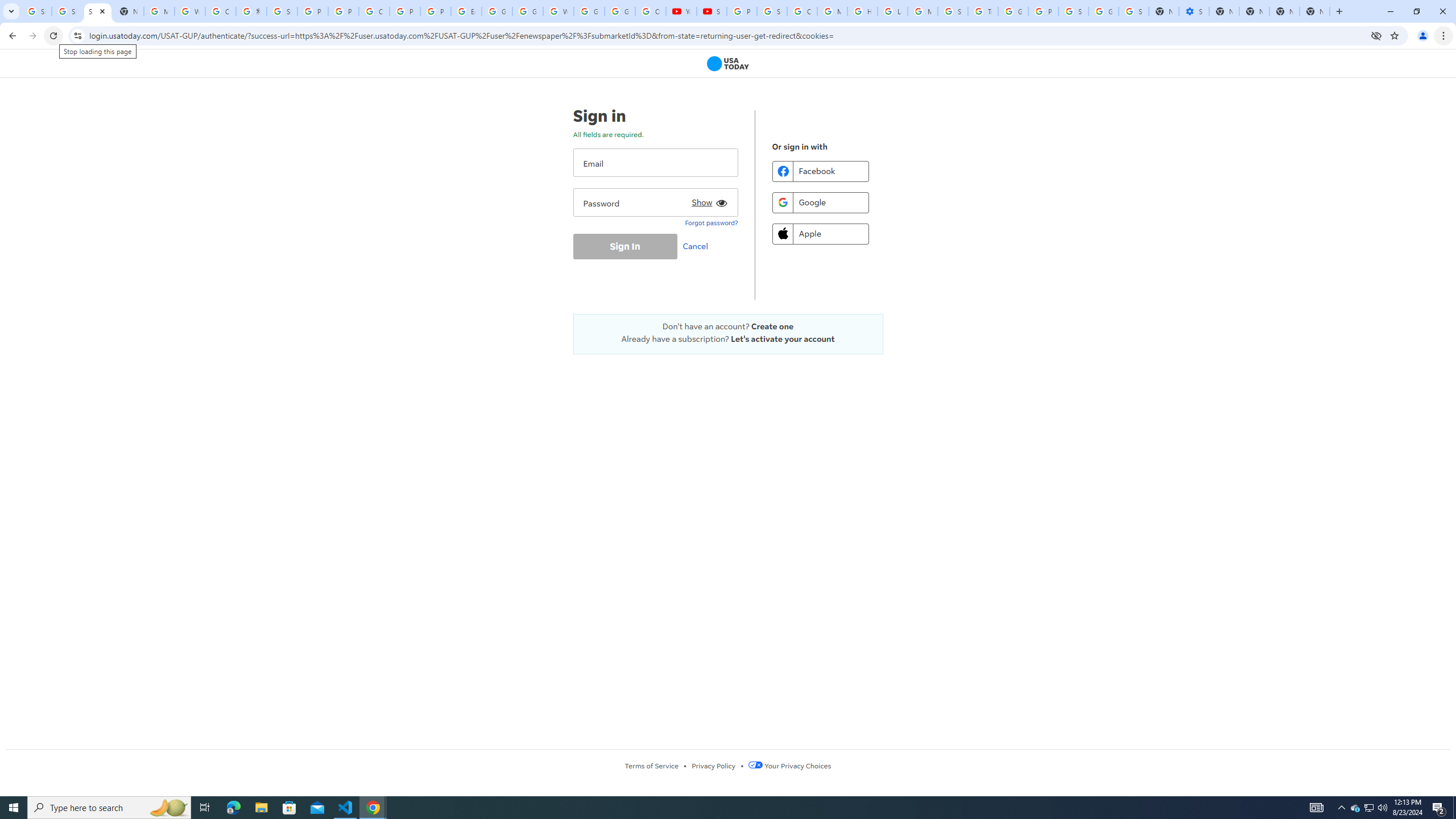 The width and height of the screenshot is (1456, 819). What do you see at coordinates (983, 11) in the screenshot?
I see `'Trusted Information and Content - Google Safety Center'` at bounding box center [983, 11].